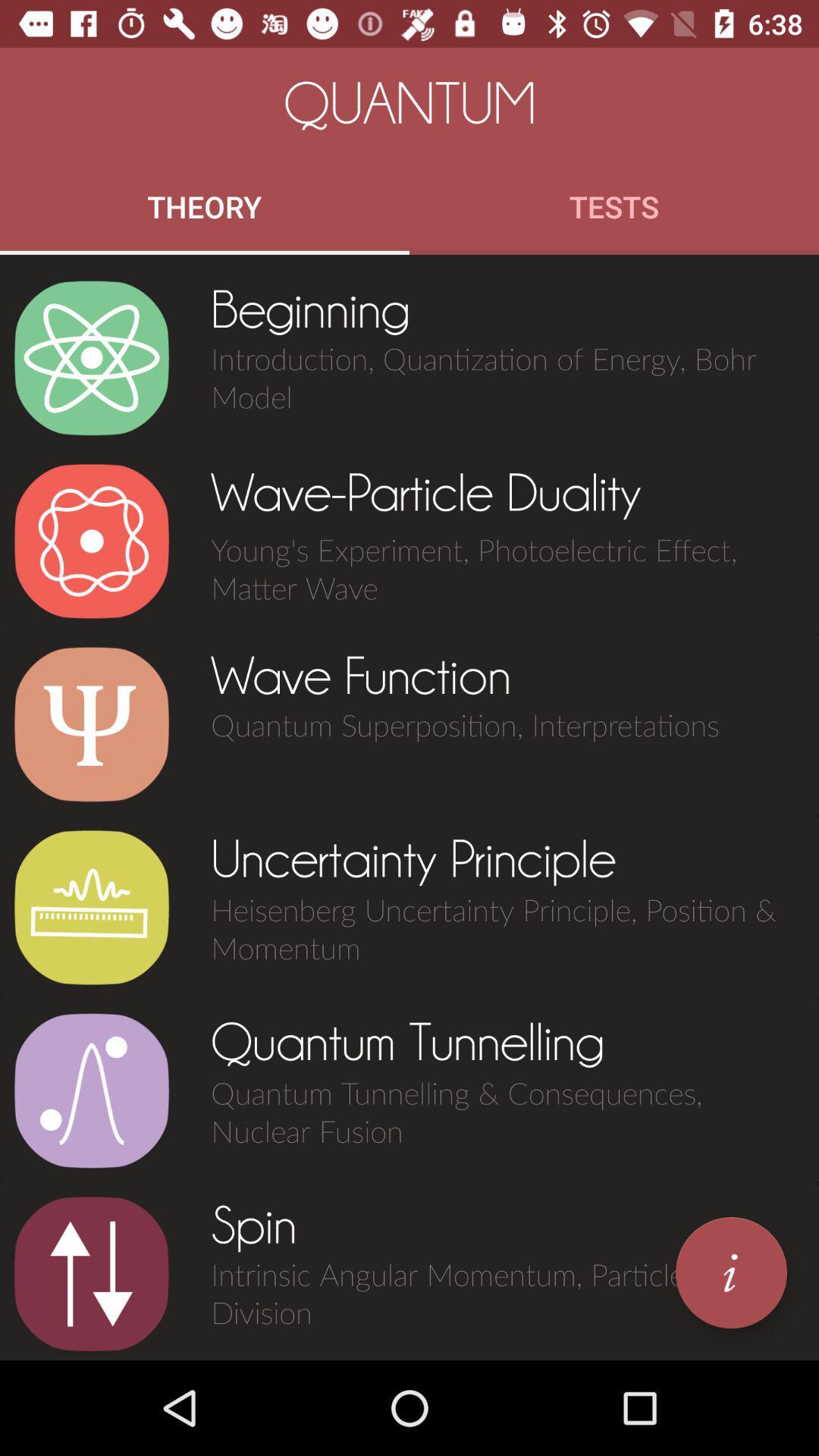  Describe the element at coordinates (730, 1272) in the screenshot. I see `for more infringement` at that location.